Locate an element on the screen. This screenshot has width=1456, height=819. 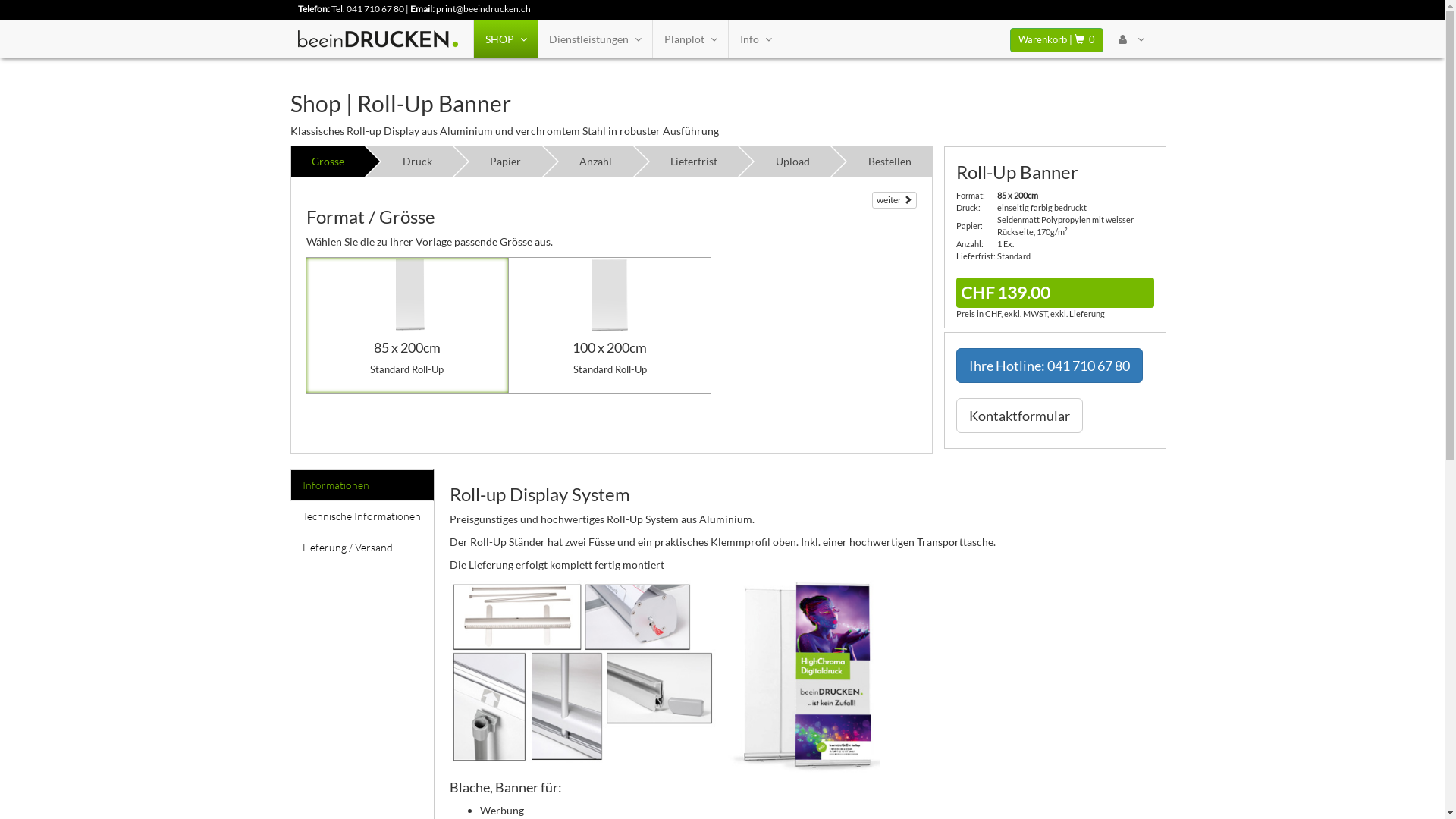
'Bestellen' is located at coordinates (846, 161).